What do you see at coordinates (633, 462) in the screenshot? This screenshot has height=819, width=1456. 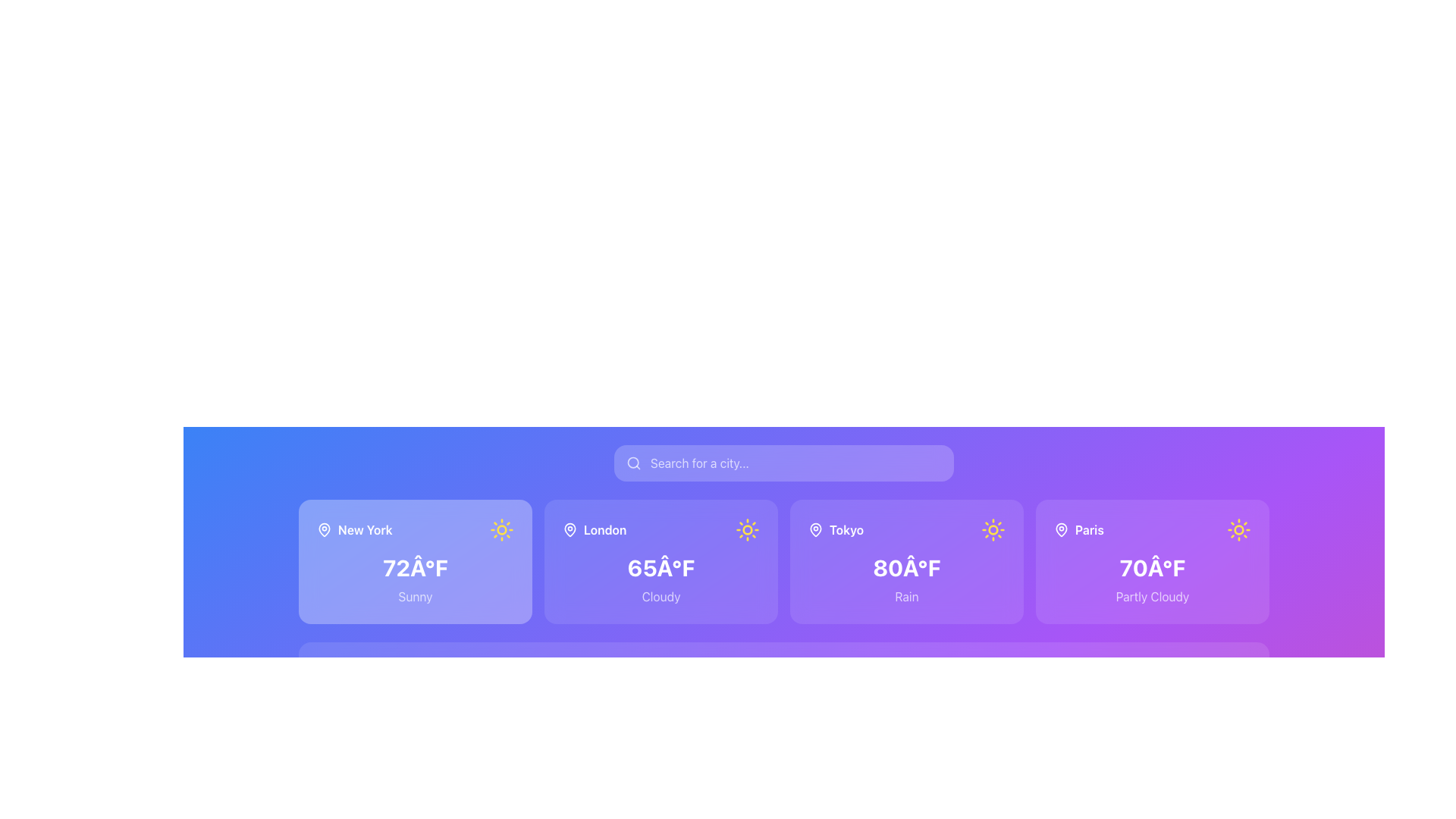 I see `the circular component of the magnifying glass in the search icon located within the rectangular search bar at the top center of the interface` at bounding box center [633, 462].